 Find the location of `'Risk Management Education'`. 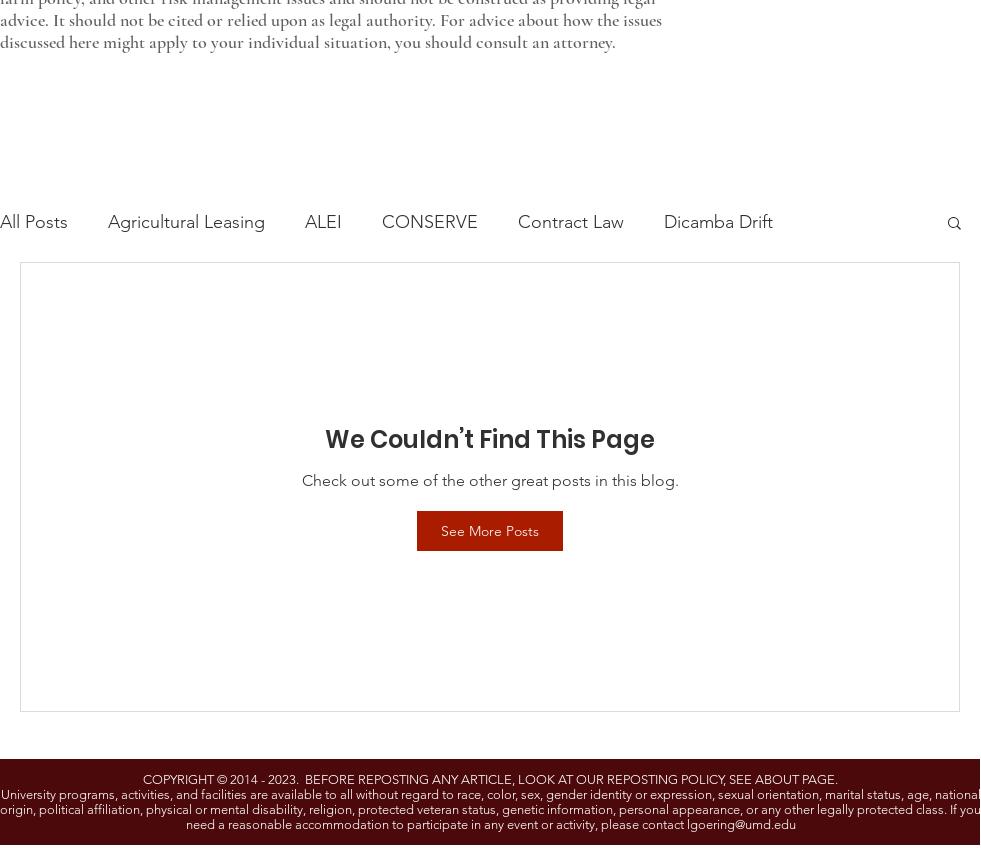

'Risk Management Education' is located at coordinates (324, 541).